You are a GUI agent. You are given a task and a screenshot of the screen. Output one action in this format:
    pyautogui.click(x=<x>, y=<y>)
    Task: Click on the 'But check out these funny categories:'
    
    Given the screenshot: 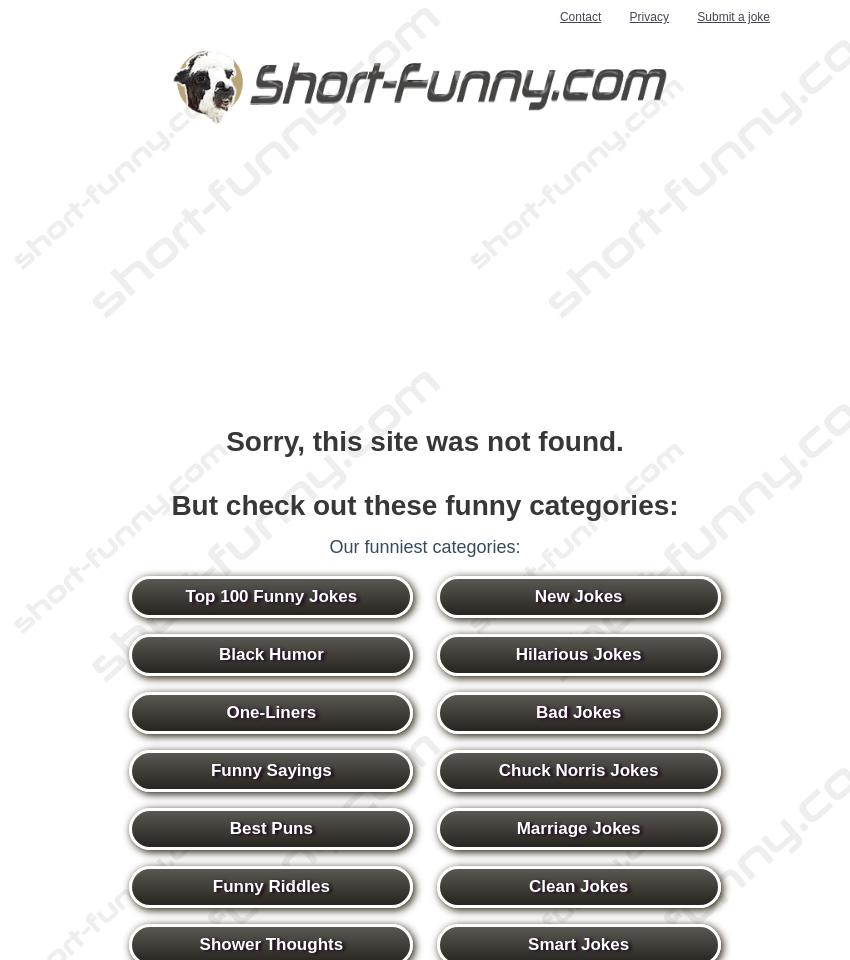 What is the action you would take?
    pyautogui.click(x=424, y=504)
    